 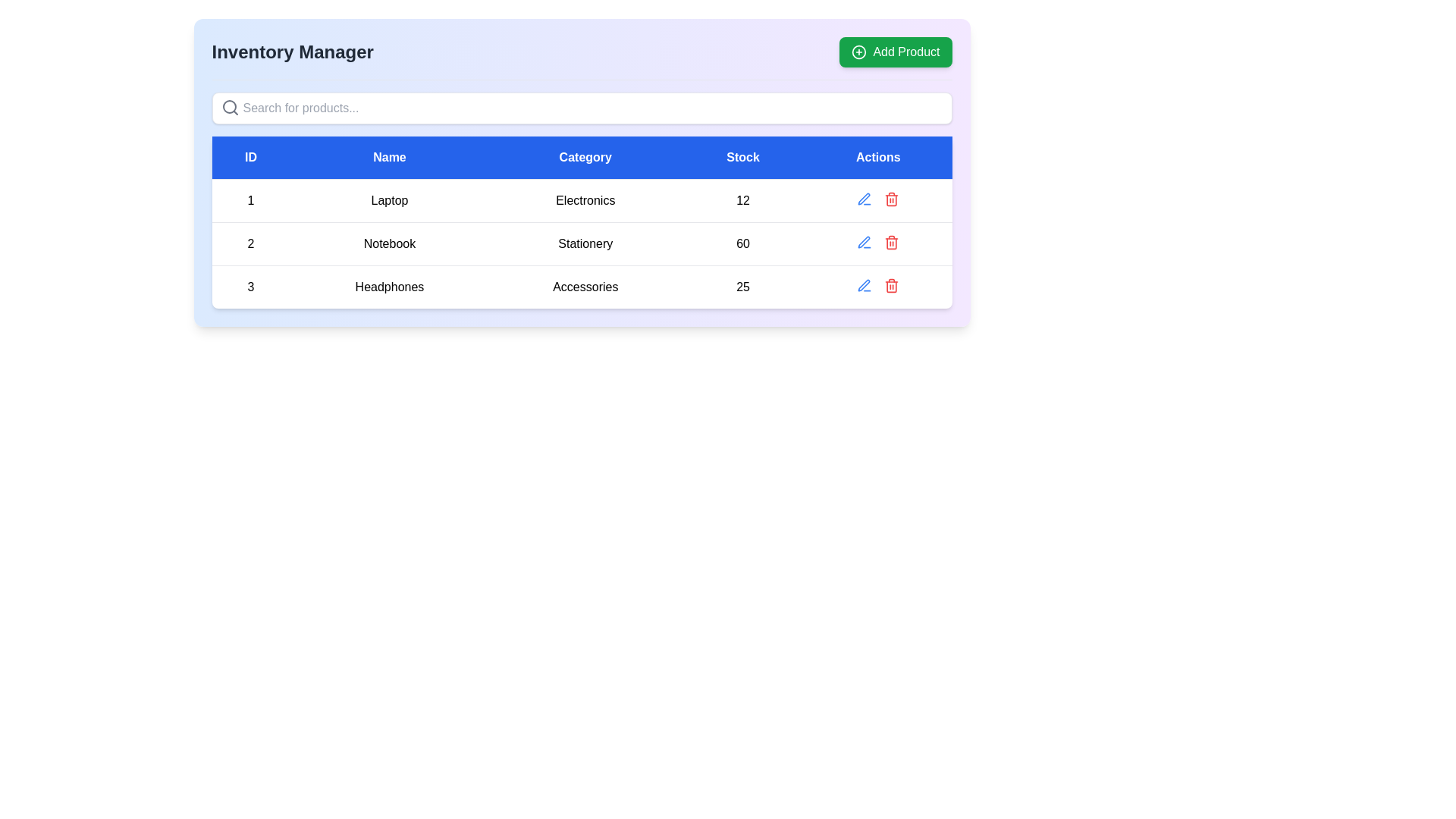 I want to click on the delete icon button for the product 'Laptop' to trigger a visual state change, so click(x=892, y=198).